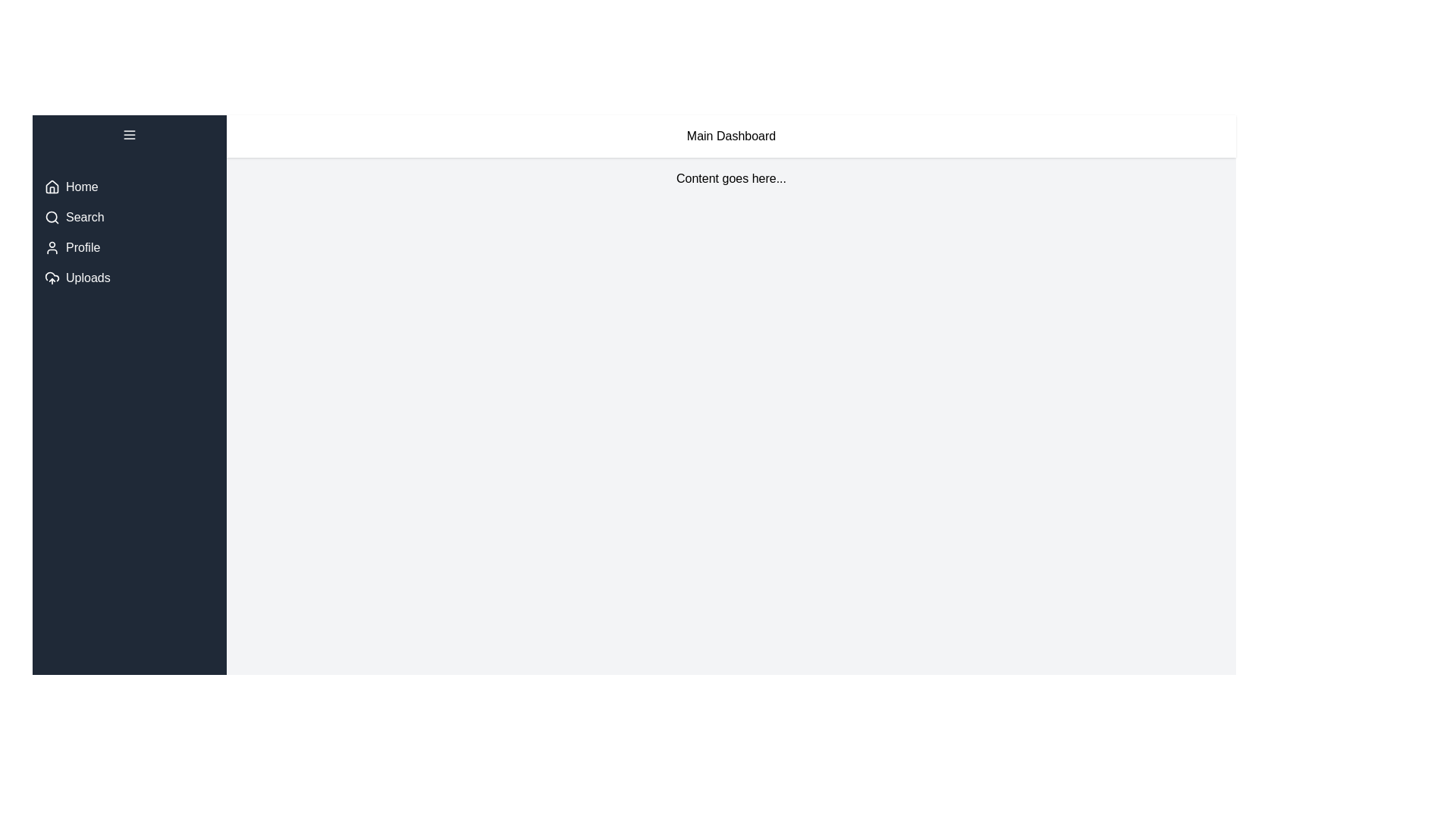  What do you see at coordinates (52, 186) in the screenshot?
I see `the 'Home' icon located at the top of the left vertical menu, adjacent to the text label 'Home'` at bounding box center [52, 186].